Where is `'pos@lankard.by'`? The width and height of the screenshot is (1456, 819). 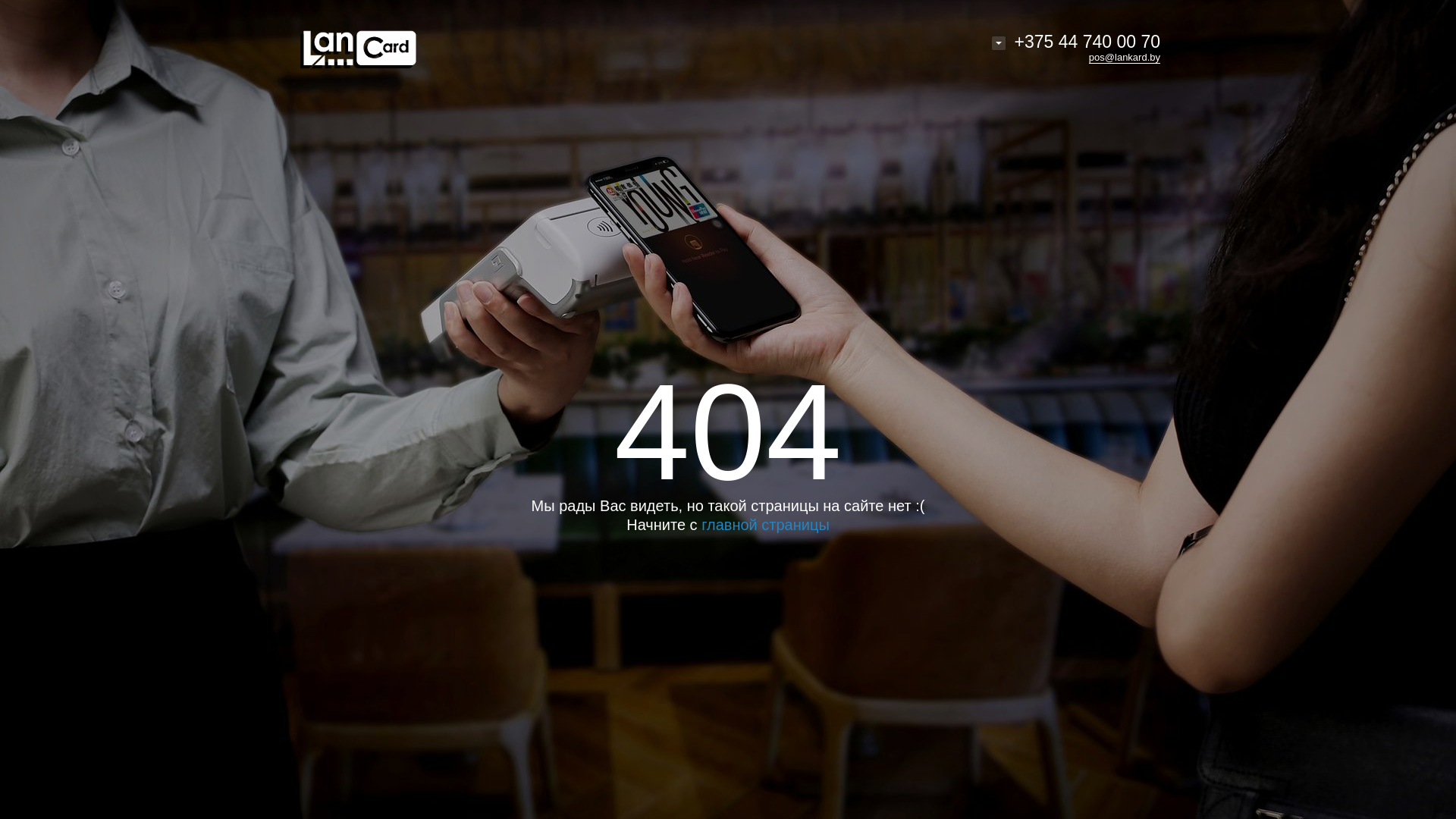 'pos@lankard.by' is located at coordinates (1125, 57).